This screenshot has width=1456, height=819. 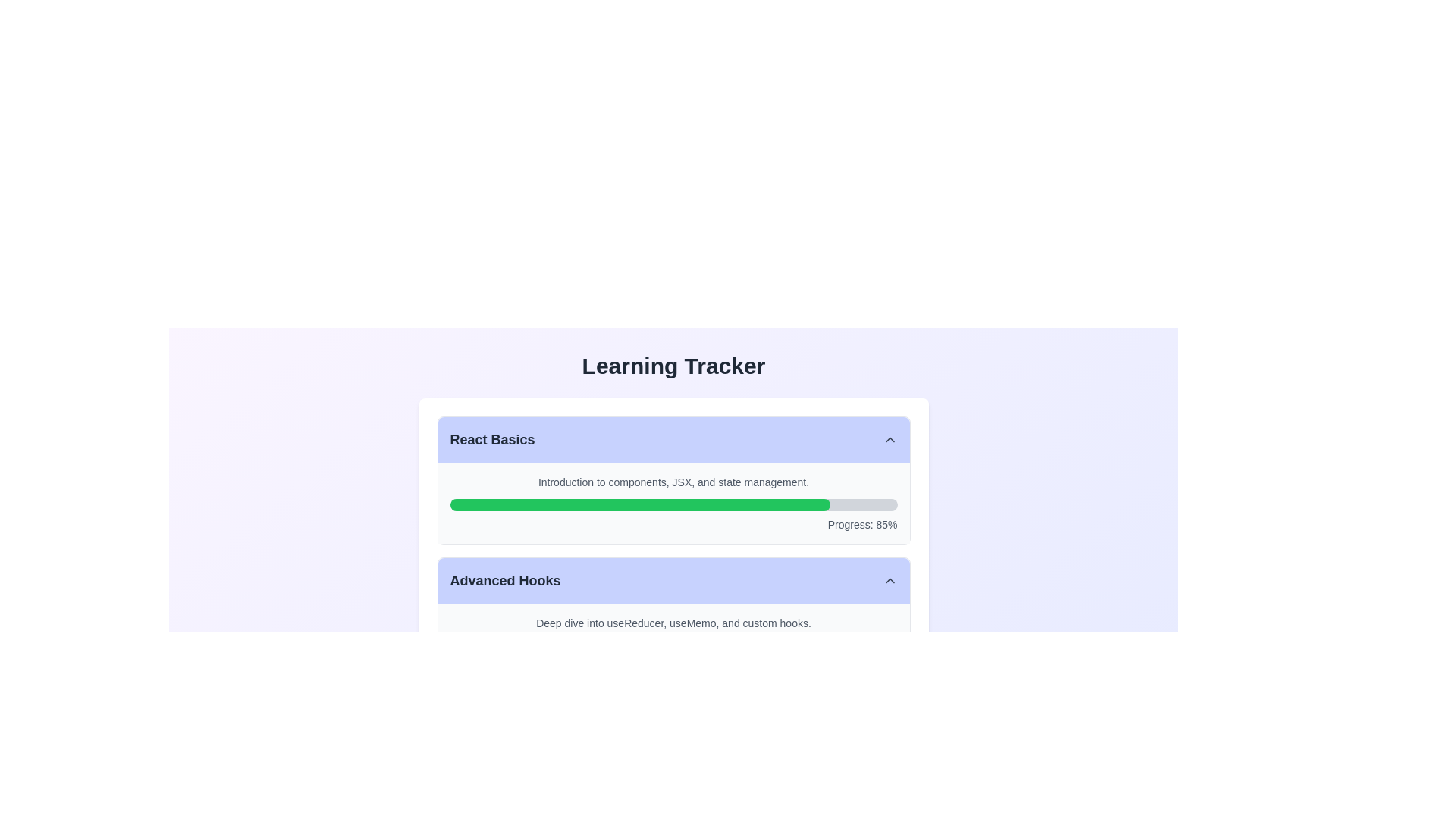 I want to click on the text element displaying 'Deep dive into useReducer, useMemo, and custom hooks.' in the 'Advanced Hooks' section, which is positioned above the progress bar, so click(x=673, y=623).